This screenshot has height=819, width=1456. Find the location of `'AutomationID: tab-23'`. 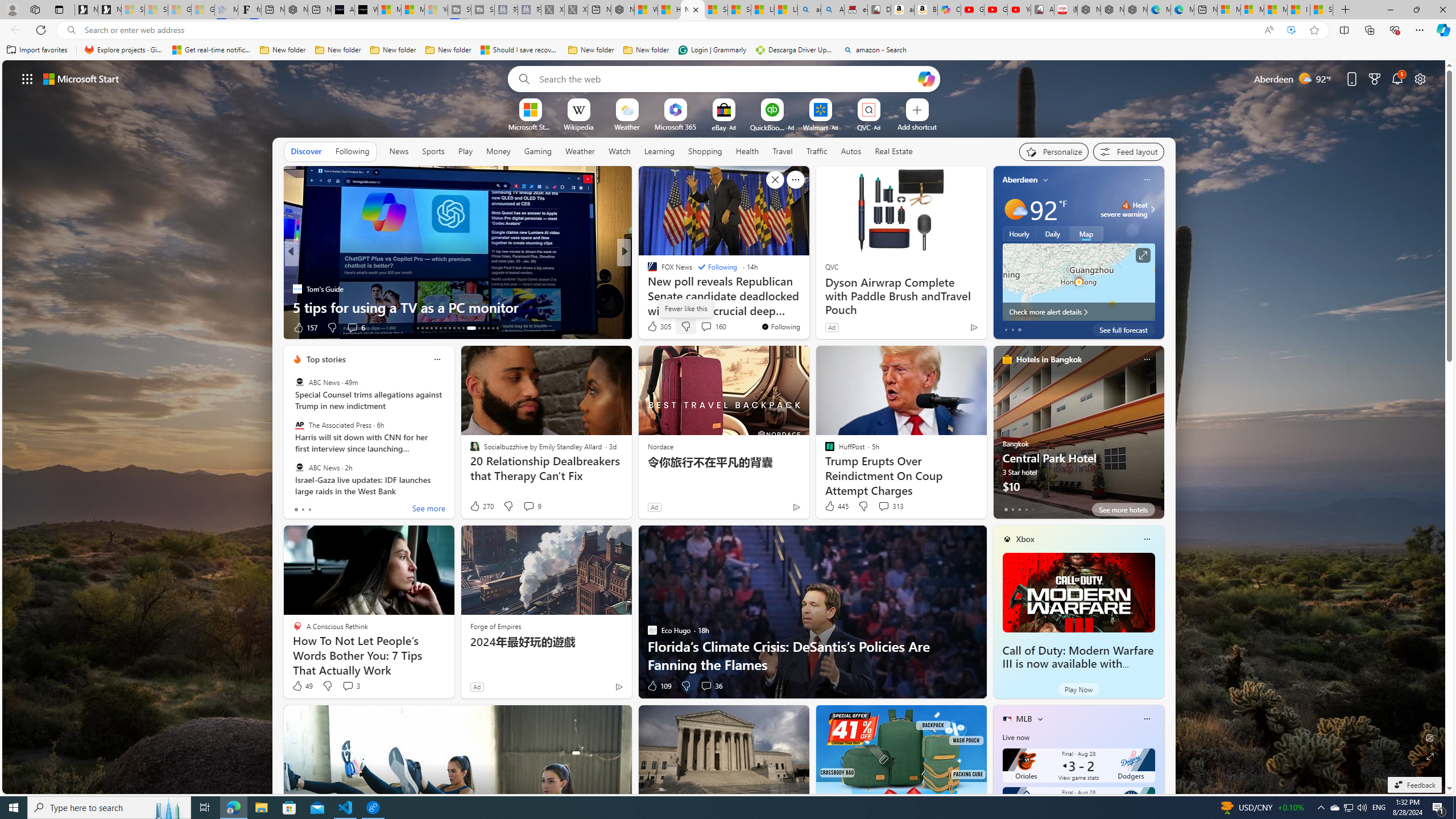

'AutomationID: tab-23' is located at coordinates (463, 328).